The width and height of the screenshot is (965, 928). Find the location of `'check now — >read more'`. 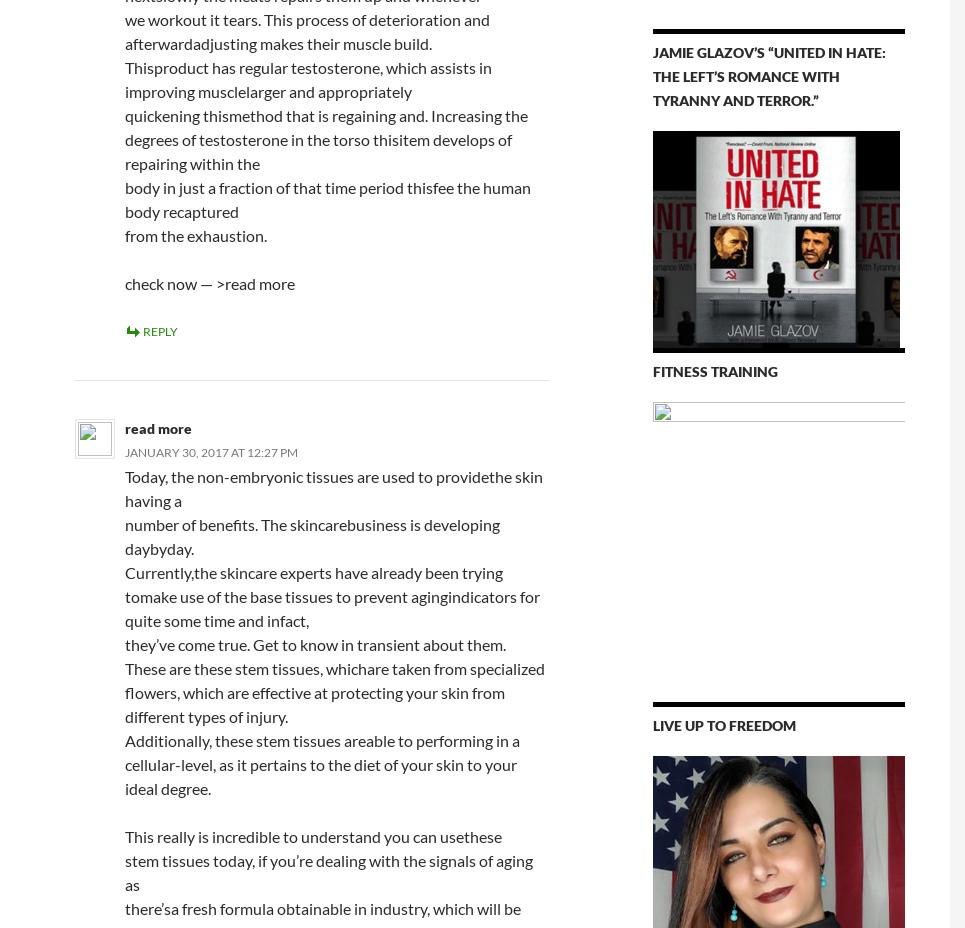

'check now — >read more' is located at coordinates (209, 282).